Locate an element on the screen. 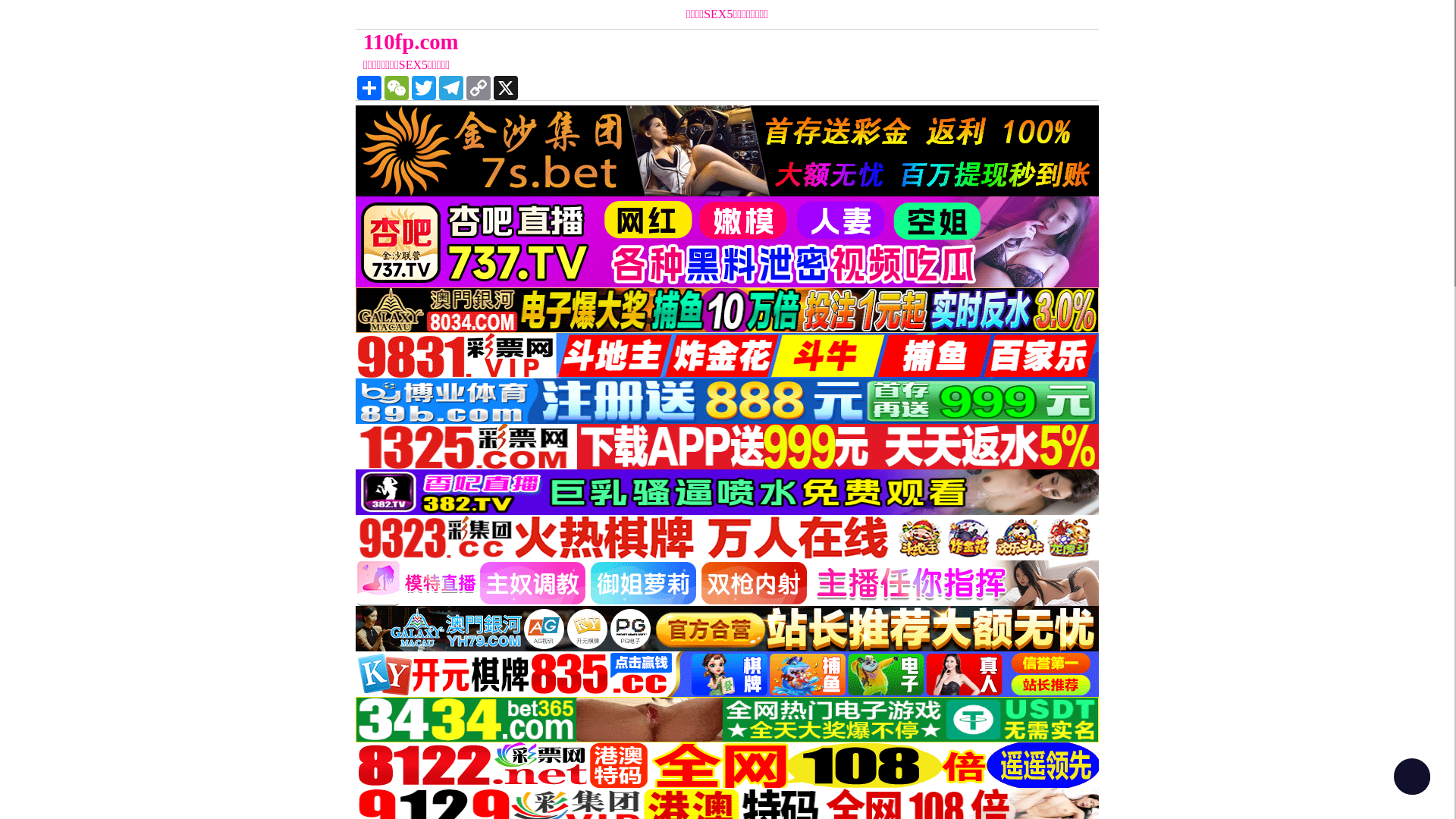 The width and height of the screenshot is (1456, 819). 'Twitter' is located at coordinates (423, 87).